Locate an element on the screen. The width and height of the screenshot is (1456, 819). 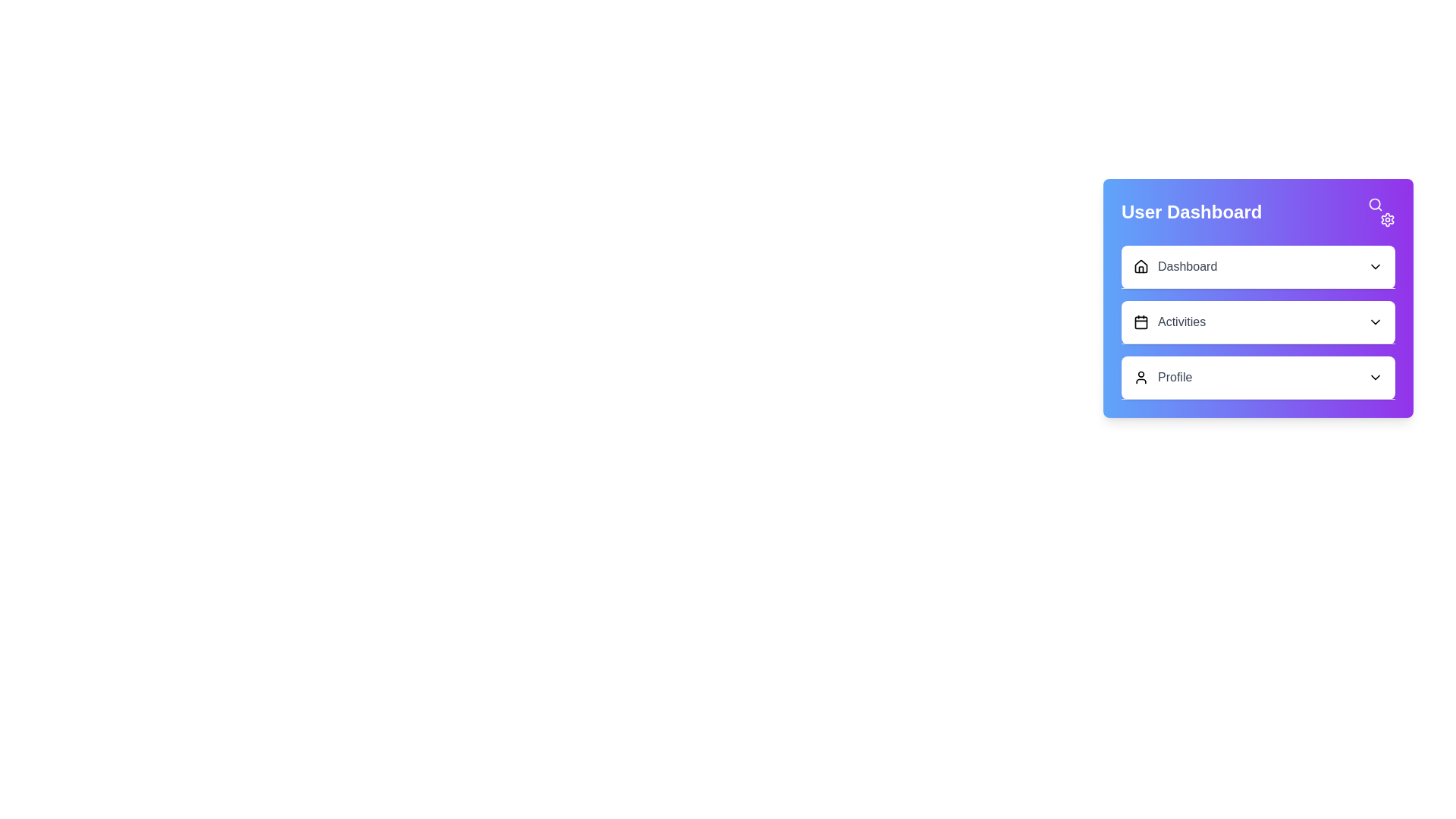
the first button in the sidebar labeled 'User Dashboard' is located at coordinates (1175, 265).